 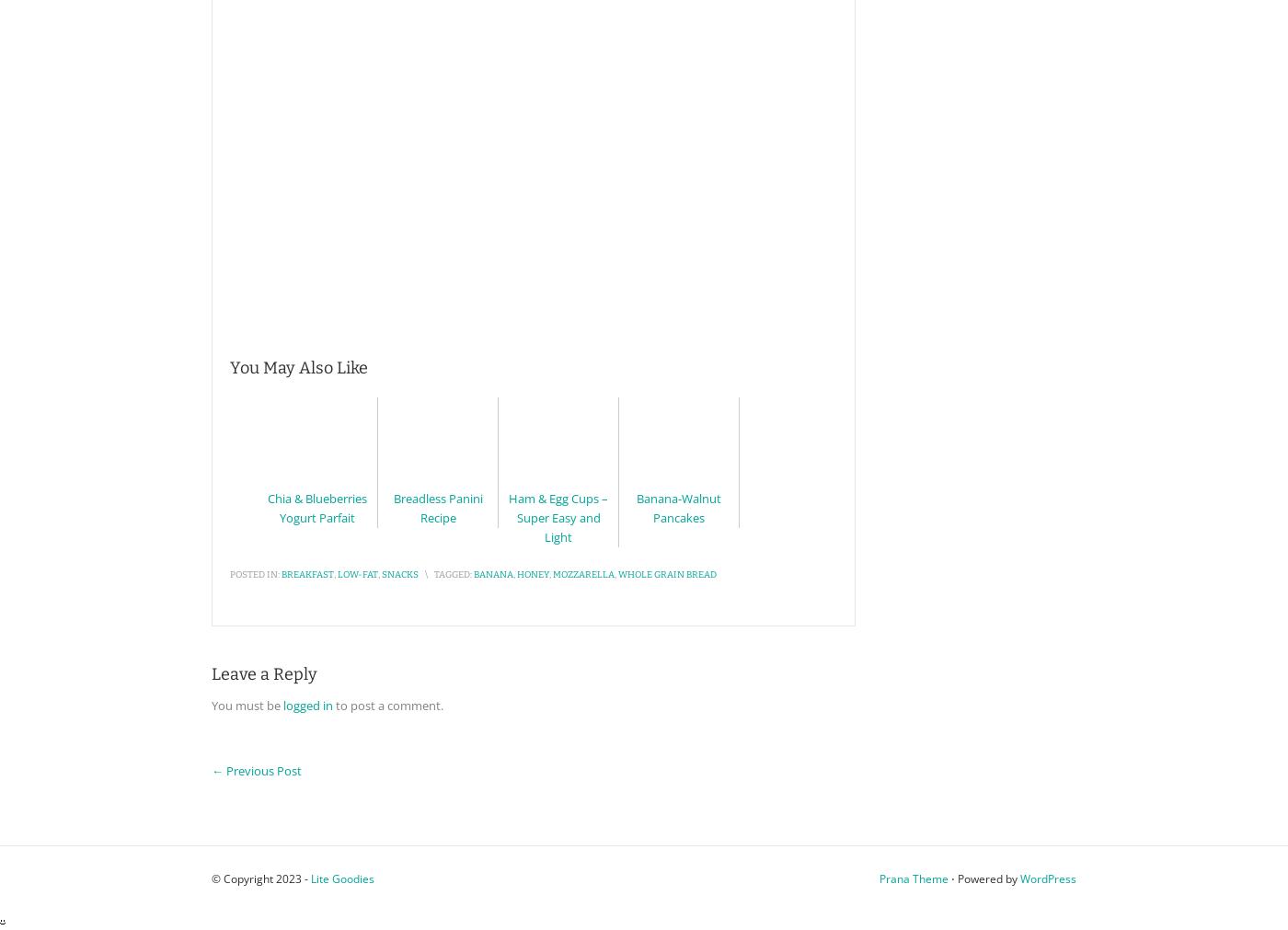 I want to click on 'WordPress', so click(x=1048, y=878).